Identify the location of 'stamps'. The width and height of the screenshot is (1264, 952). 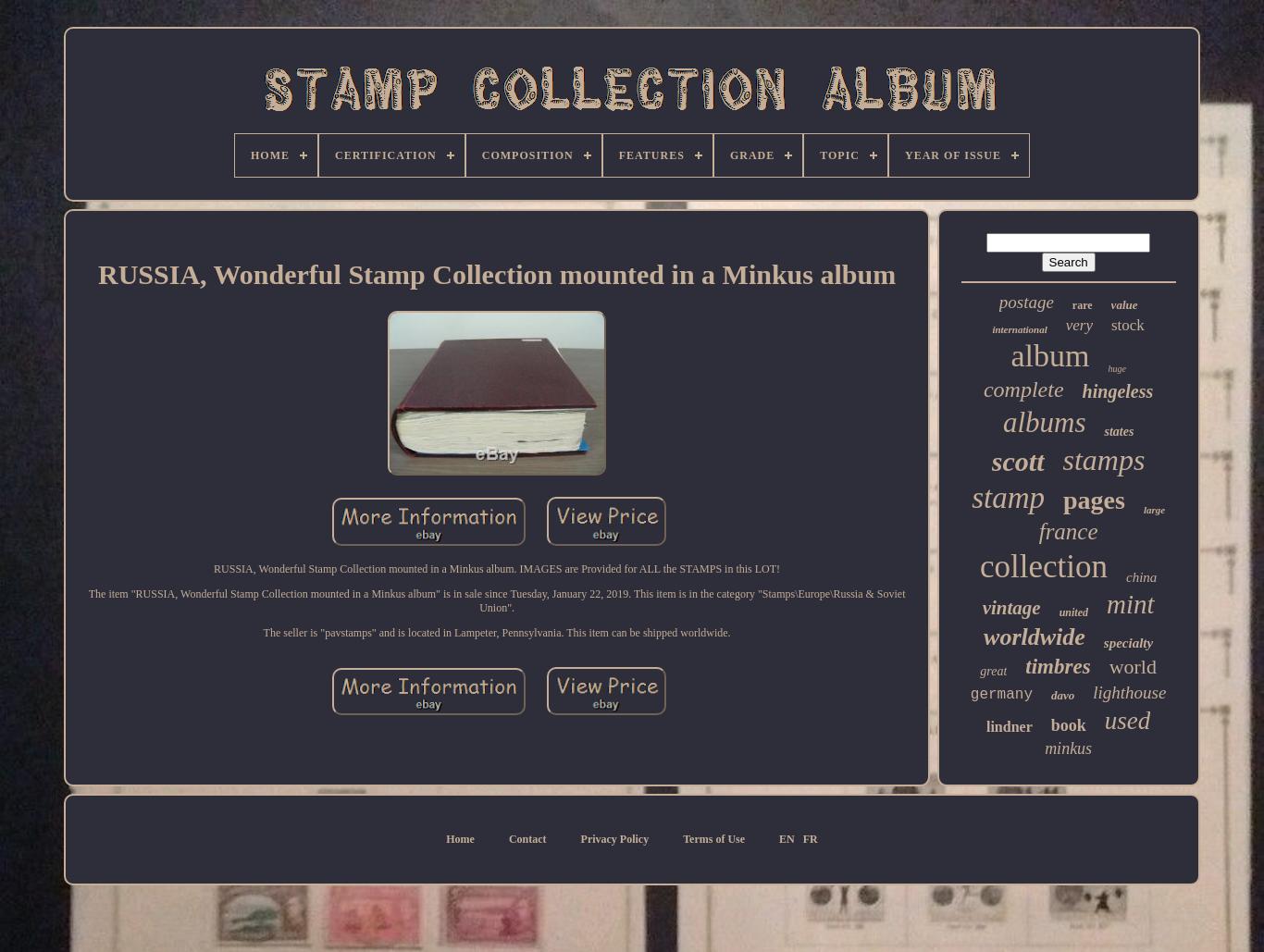
(1103, 460).